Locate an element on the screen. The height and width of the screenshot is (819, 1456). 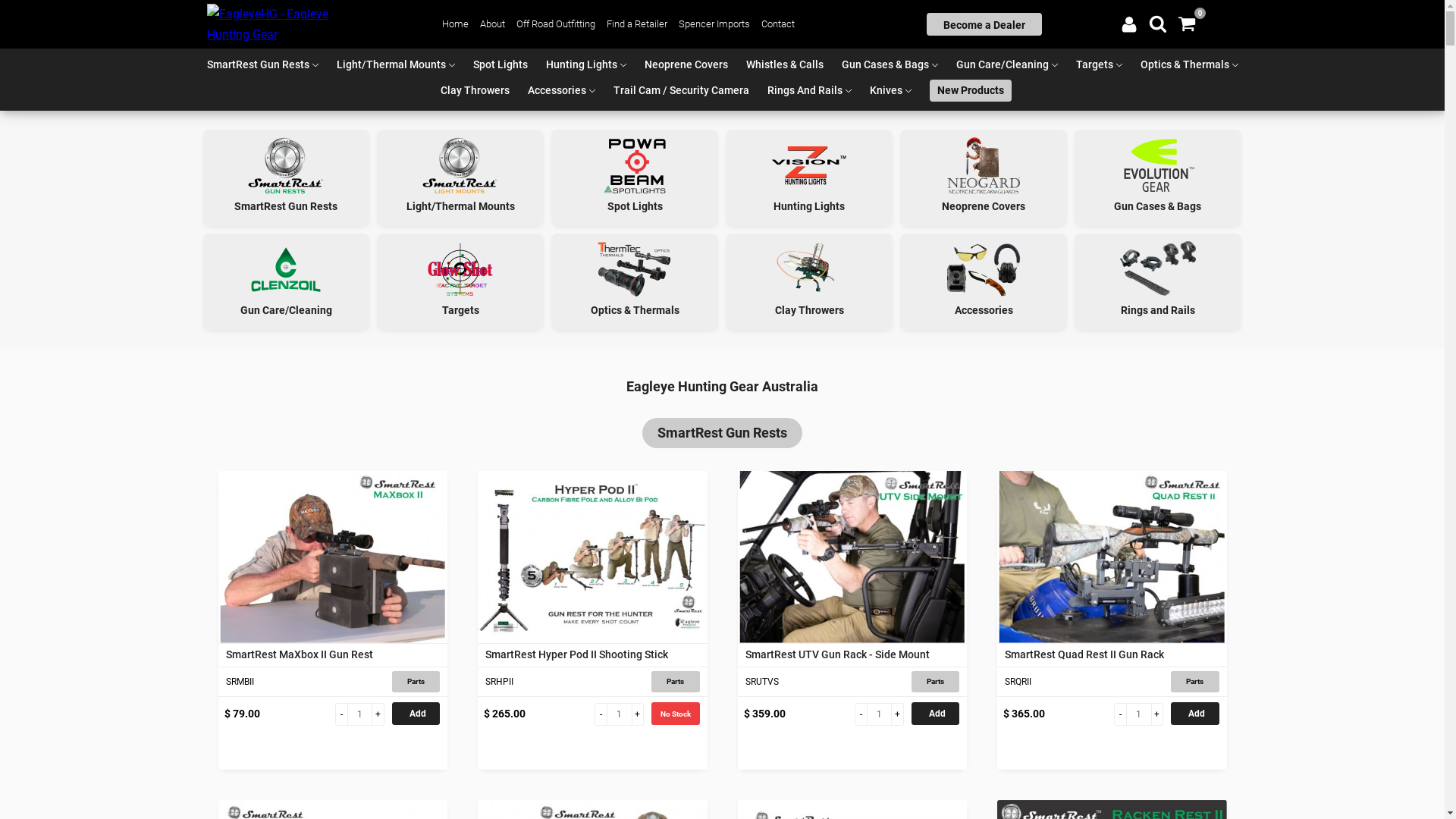
'Rings And Rails' is located at coordinates (760, 90).